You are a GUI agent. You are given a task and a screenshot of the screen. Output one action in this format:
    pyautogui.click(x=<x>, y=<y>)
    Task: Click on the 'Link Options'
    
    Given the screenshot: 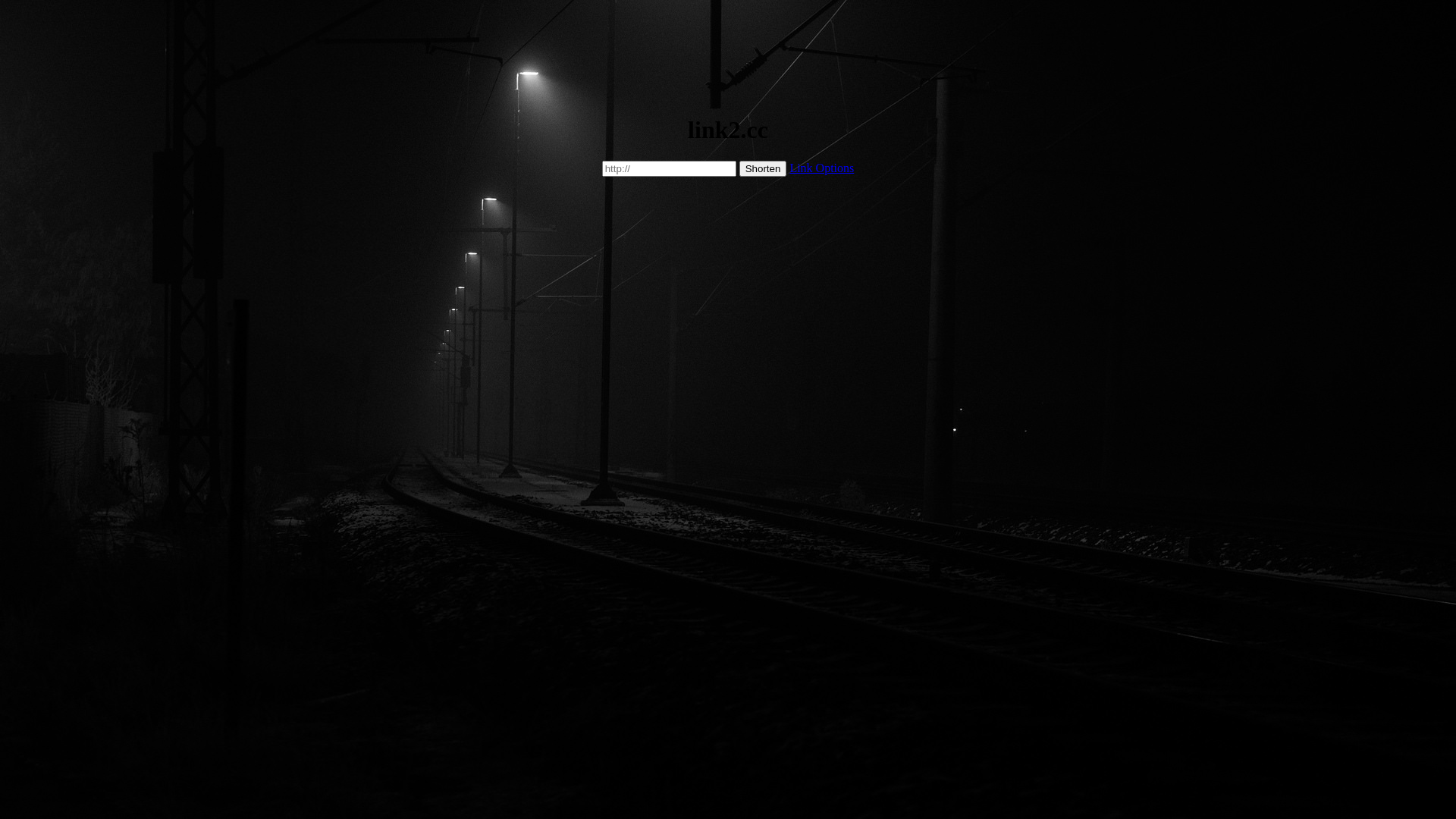 What is the action you would take?
    pyautogui.click(x=821, y=168)
    